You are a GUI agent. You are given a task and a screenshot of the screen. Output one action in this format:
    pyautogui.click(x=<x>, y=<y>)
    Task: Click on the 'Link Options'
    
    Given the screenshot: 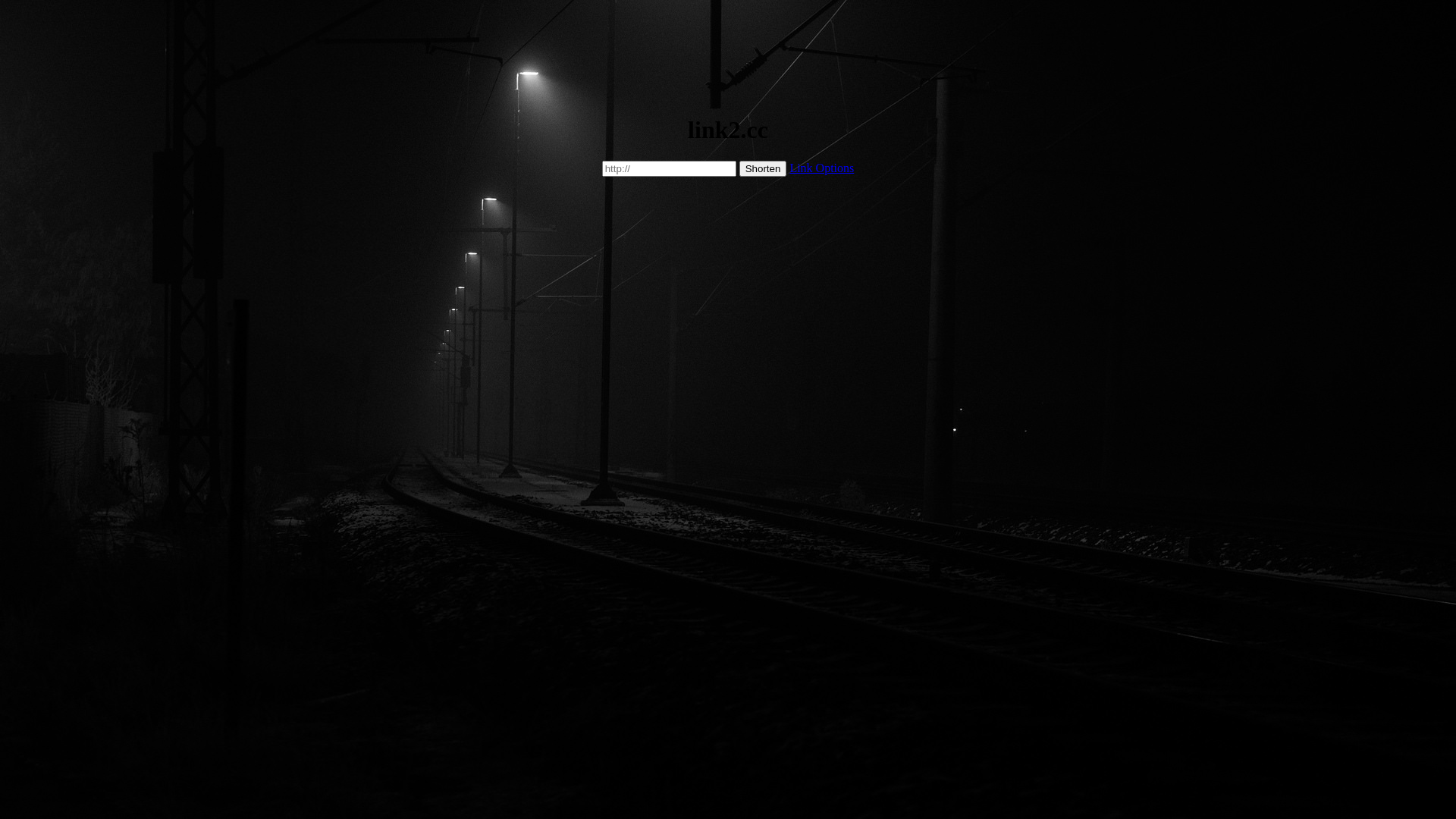 What is the action you would take?
    pyautogui.click(x=821, y=168)
    